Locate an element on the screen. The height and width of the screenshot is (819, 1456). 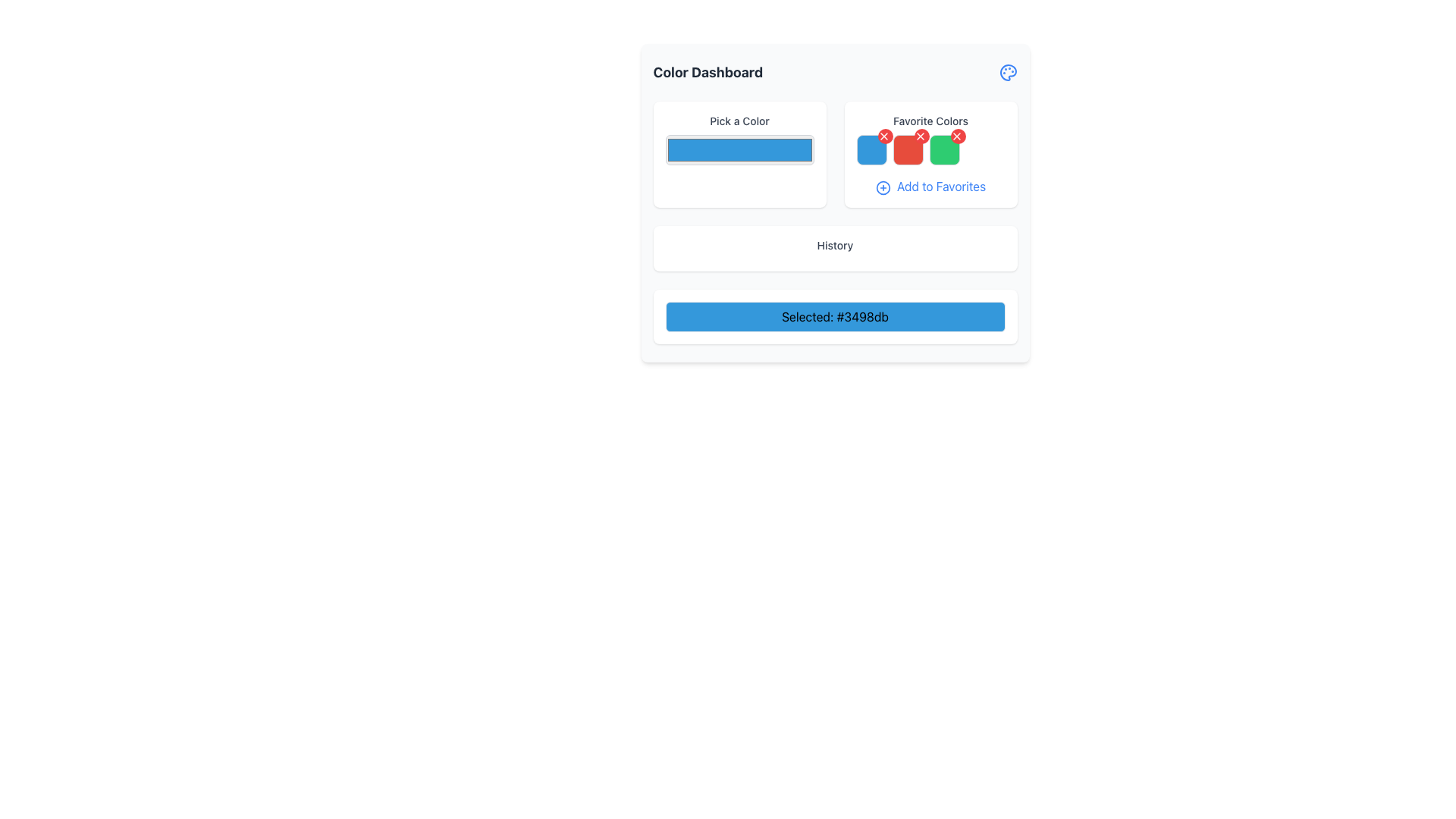
the blue color picker input within the card titled 'Pick a Color' to bring up the color selection interface is located at coordinates (739, 155).